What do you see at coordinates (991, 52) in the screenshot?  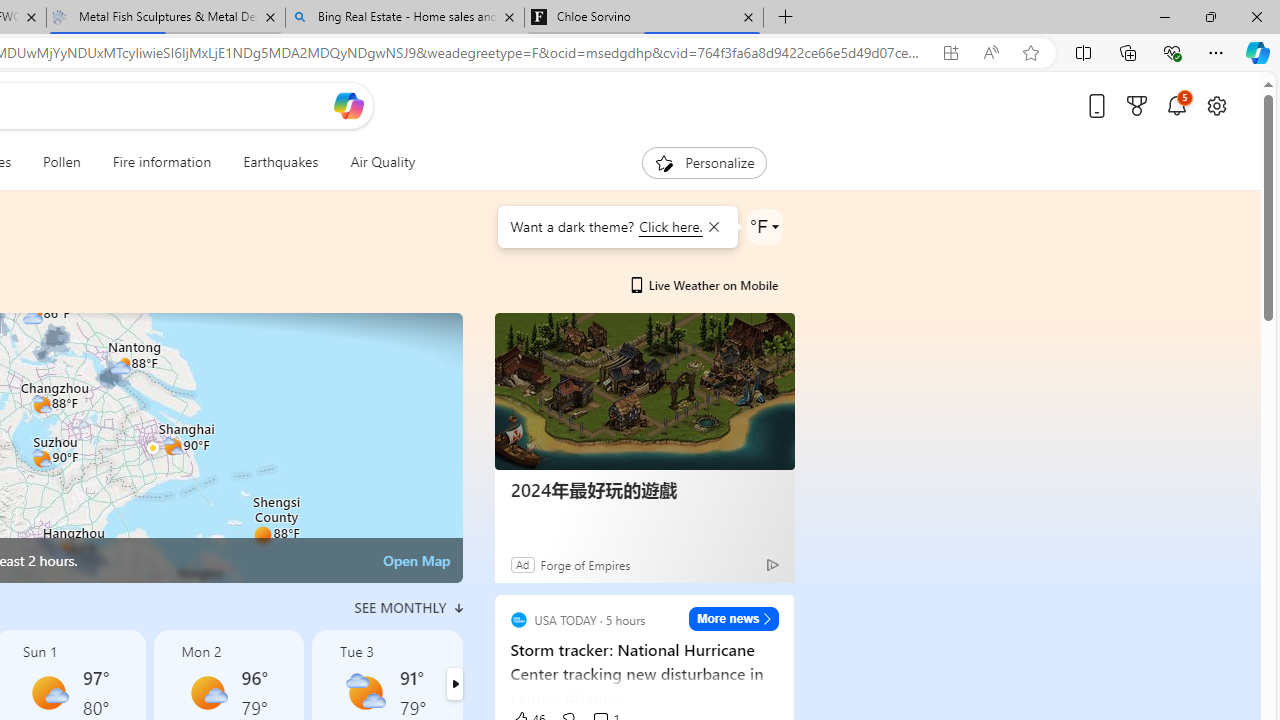 I see `'Read aloud this page (Ctrl+Shift+U)'` at bounding box center [991, 52].